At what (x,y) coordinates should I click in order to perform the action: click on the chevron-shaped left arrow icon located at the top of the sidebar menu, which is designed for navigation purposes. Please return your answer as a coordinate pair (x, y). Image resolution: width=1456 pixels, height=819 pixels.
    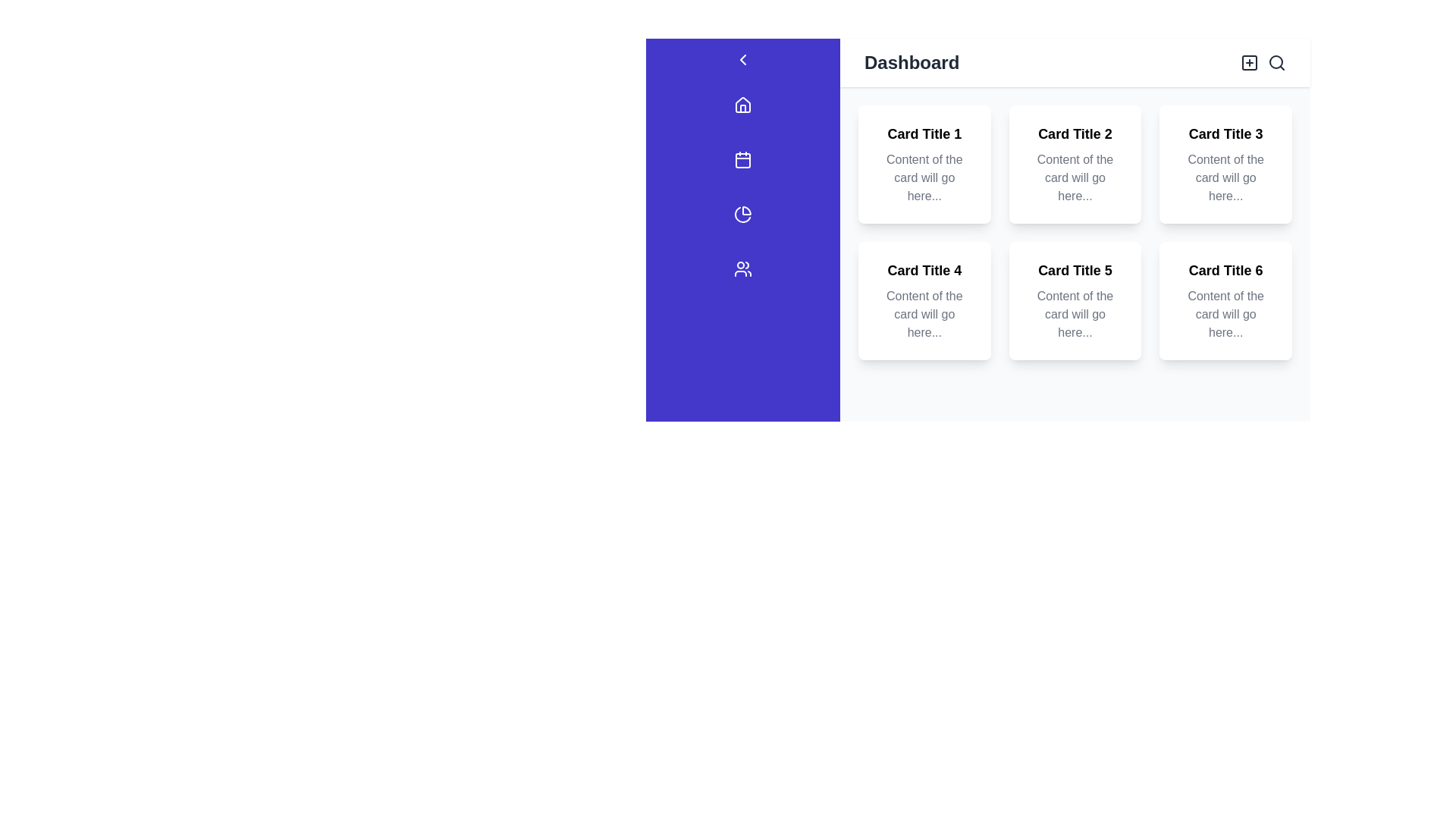
    Looking at the image, I should click on (742, 58).